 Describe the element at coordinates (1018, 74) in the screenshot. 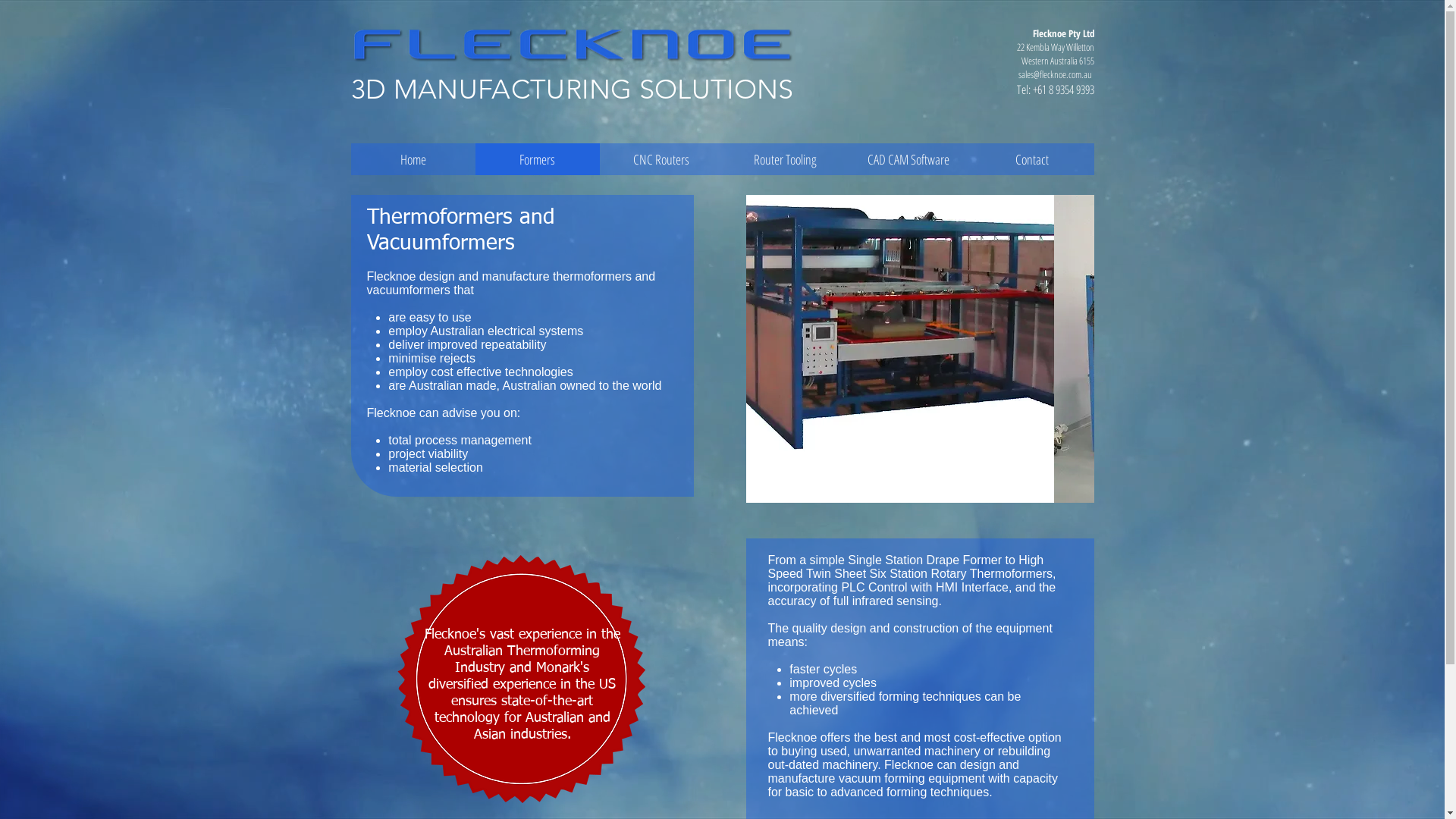

I see `'sales@flecknoe.com.au'` at that location.